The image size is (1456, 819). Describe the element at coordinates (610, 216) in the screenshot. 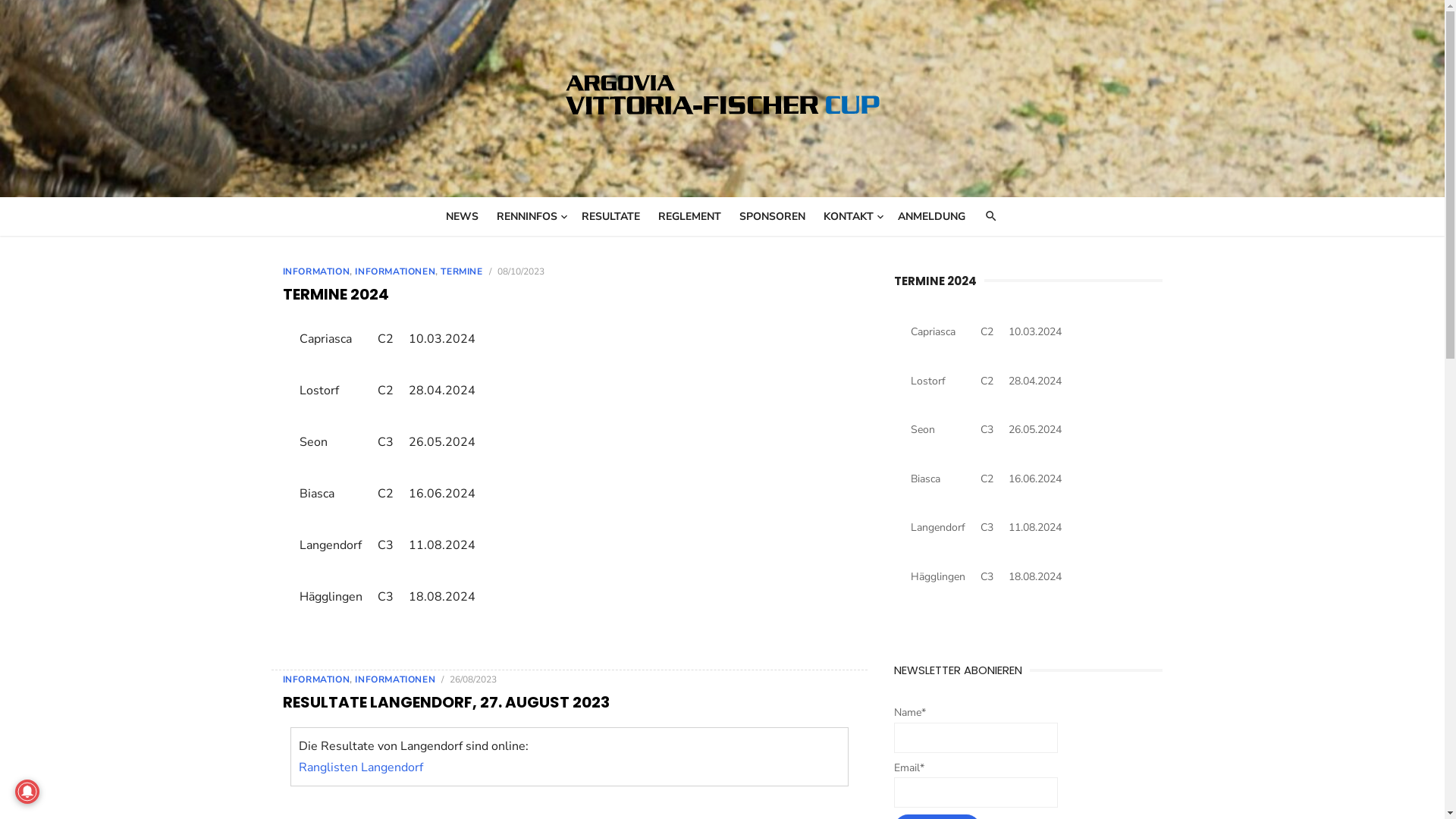

I see `'RESULTATE'` at that location.